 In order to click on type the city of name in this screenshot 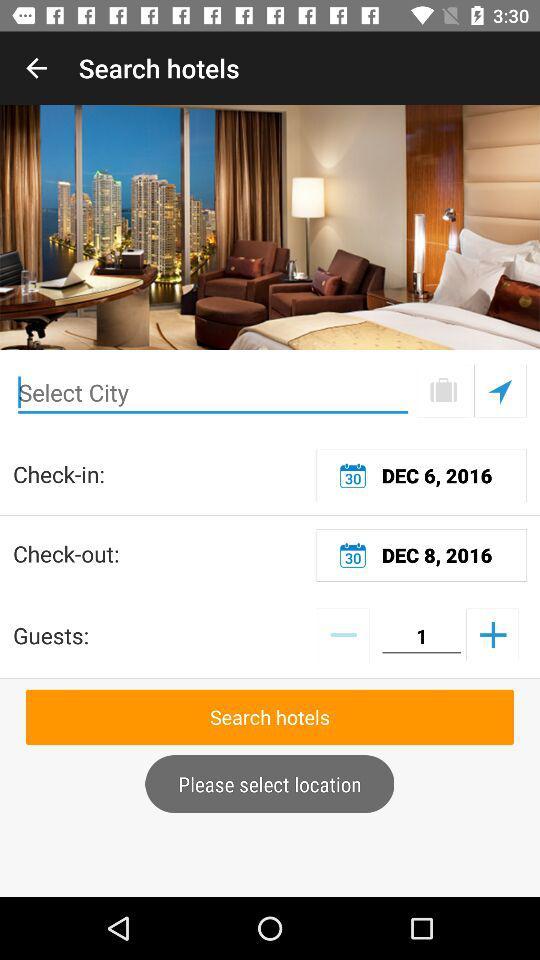, I will do `click(212, 392)`.